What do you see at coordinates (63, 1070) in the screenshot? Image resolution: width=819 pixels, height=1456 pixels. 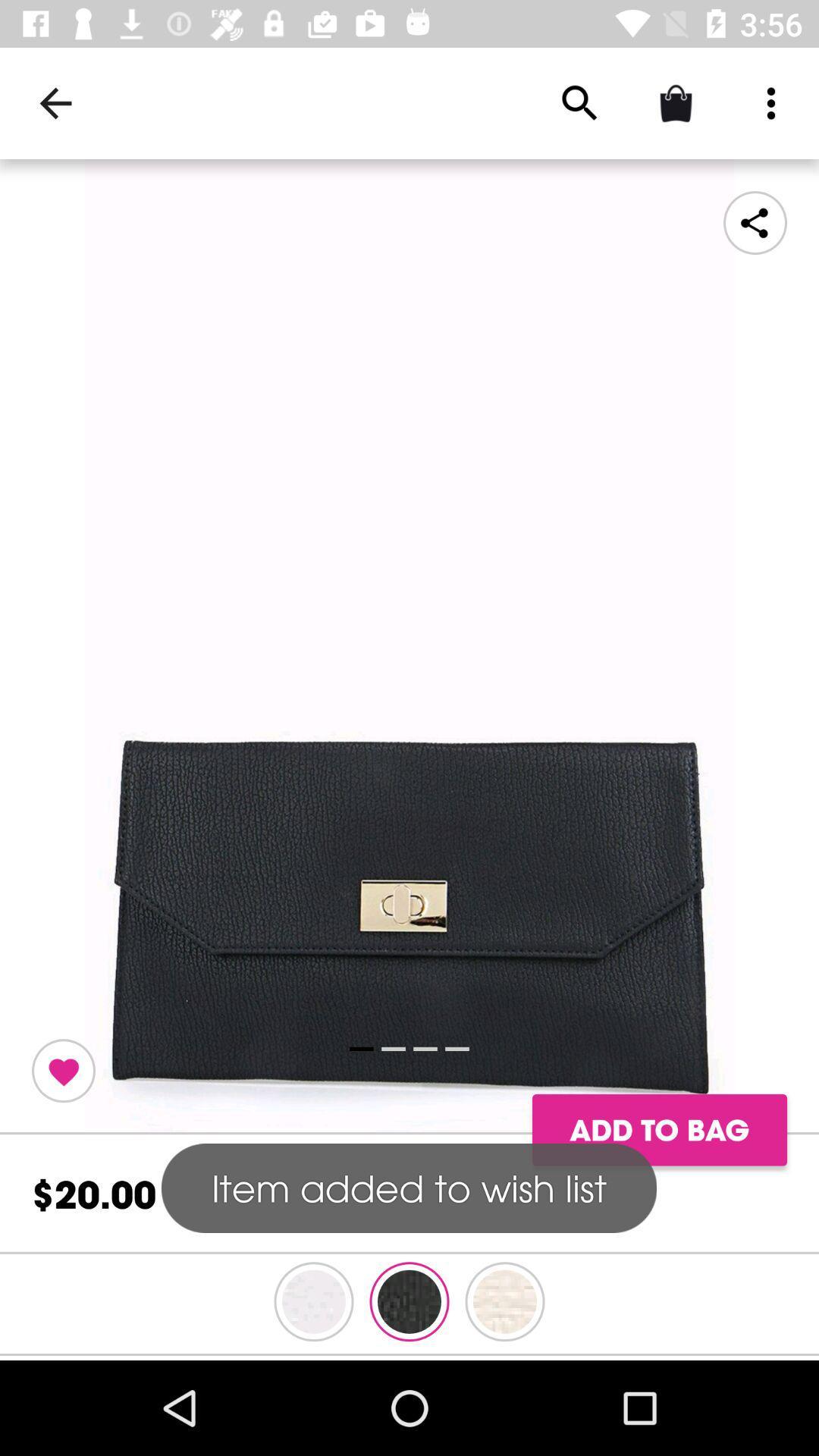 I see `favourite` at bounding box center [63, 1070].